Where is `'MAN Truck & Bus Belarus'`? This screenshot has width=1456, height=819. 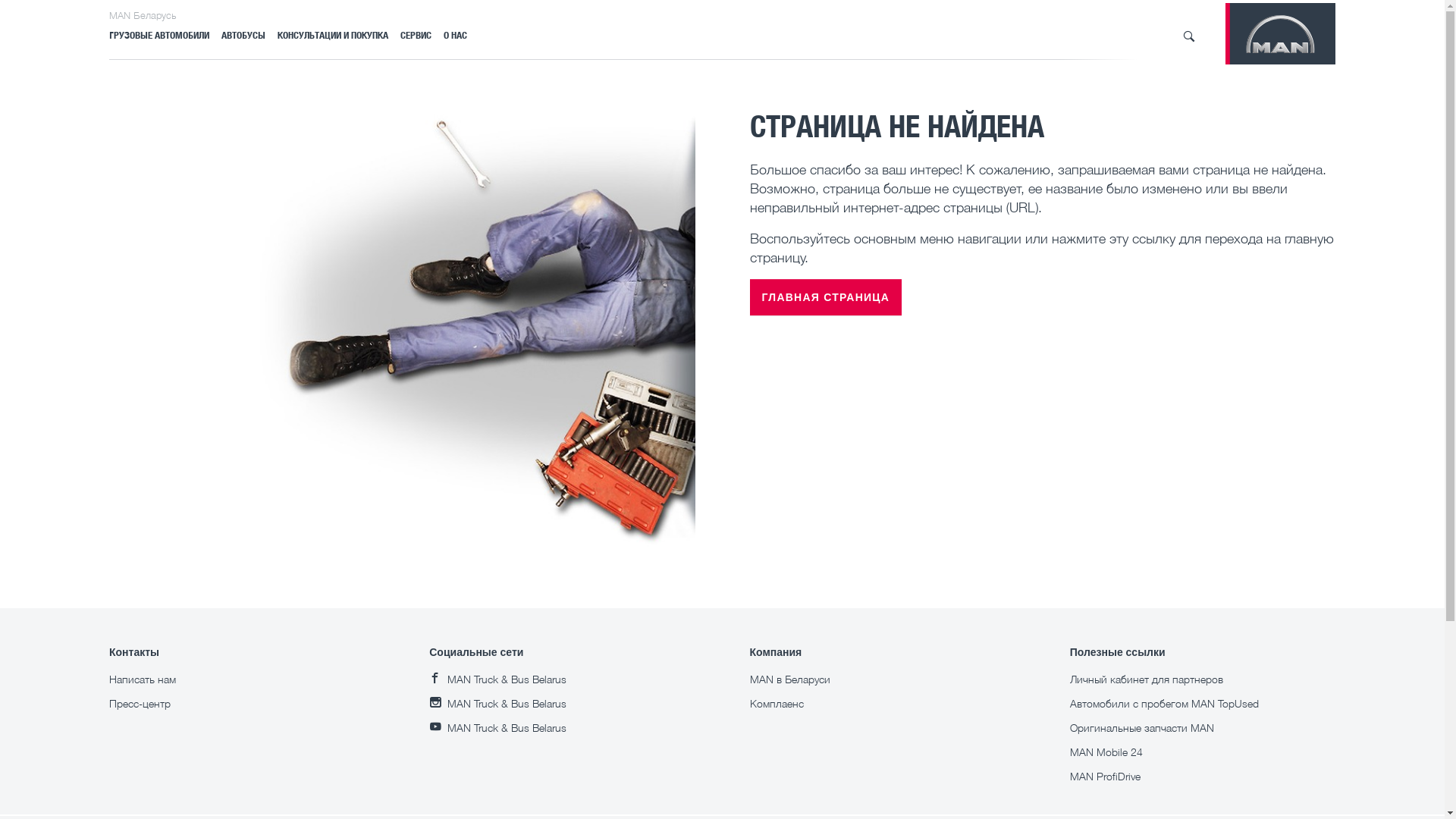 'MAN Truck & Bus Belarus' is located at coordinates (497, 678).